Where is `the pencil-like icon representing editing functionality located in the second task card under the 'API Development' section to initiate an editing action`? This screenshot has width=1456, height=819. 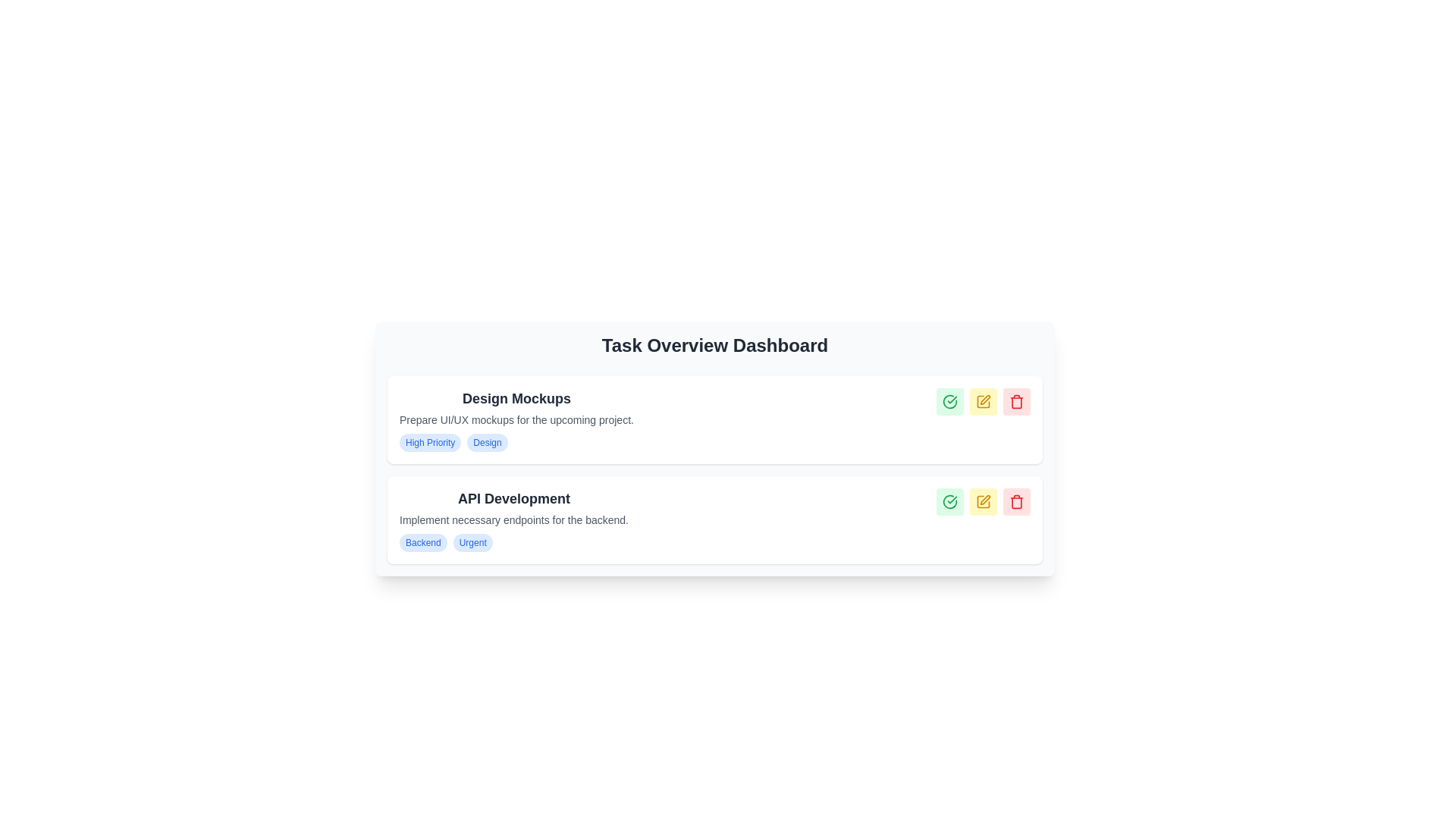
the pencil-like icon representing editing functionality located in the second task card under the 'API Development' section to initiate an editing action is located at coordinates (985, 500).